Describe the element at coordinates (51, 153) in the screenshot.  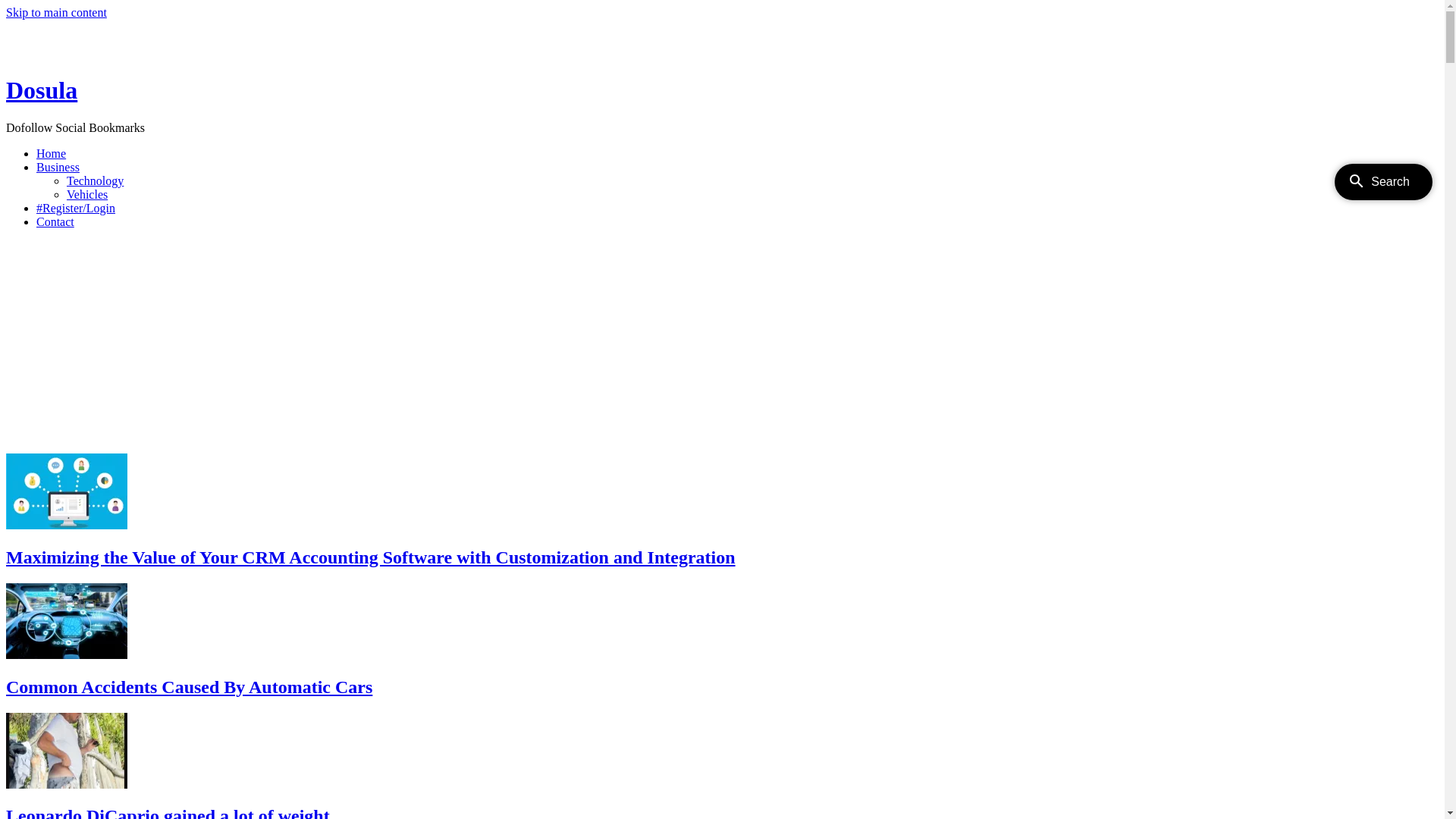
I see `'Home'` at that location.